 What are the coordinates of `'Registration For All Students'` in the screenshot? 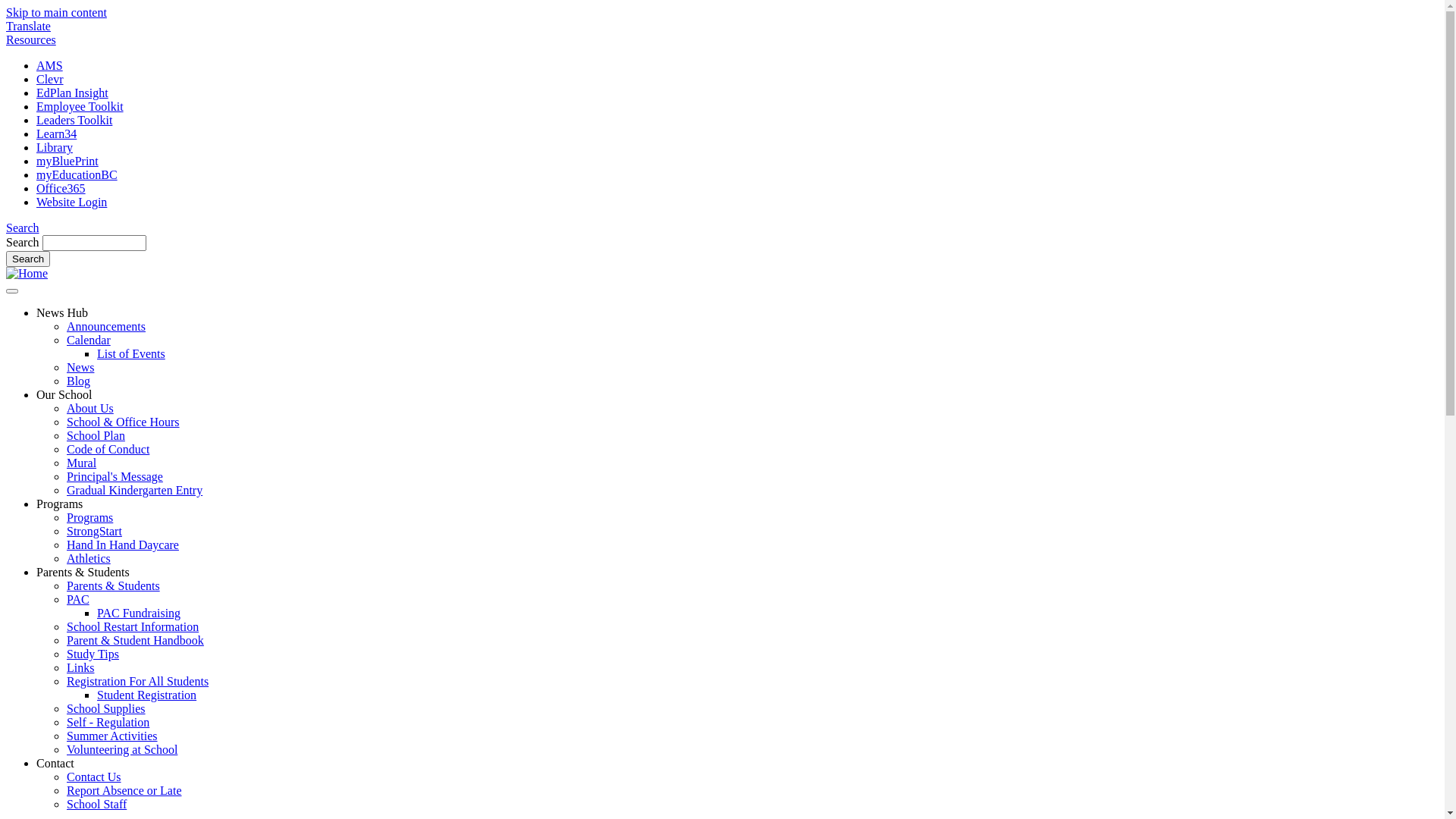 It's located at (137, 680).